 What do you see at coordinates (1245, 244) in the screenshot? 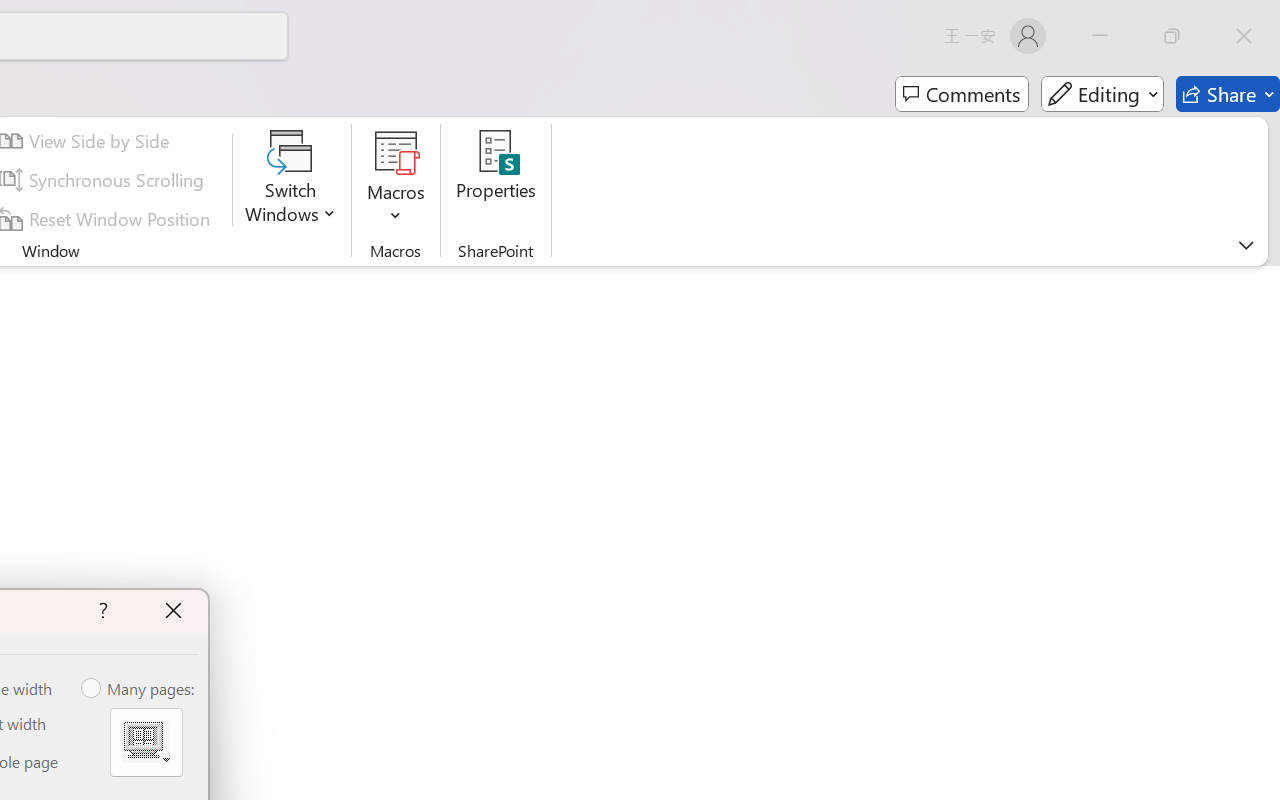
I see `'Ribbon Display Options'` at bounding box center [1245, 244].